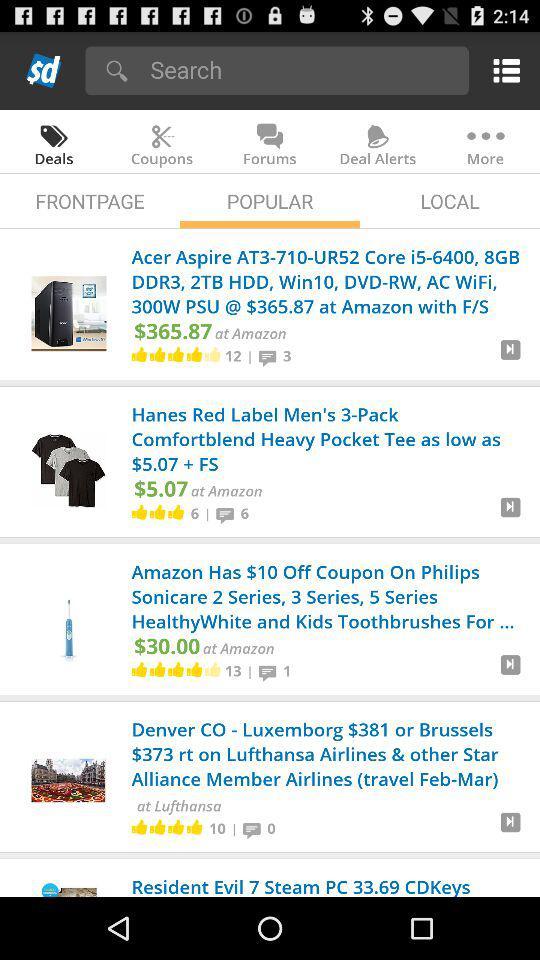 This screenshot has height=960, width=540. I want to click on the icon next to 12 item, so click(250, 356).